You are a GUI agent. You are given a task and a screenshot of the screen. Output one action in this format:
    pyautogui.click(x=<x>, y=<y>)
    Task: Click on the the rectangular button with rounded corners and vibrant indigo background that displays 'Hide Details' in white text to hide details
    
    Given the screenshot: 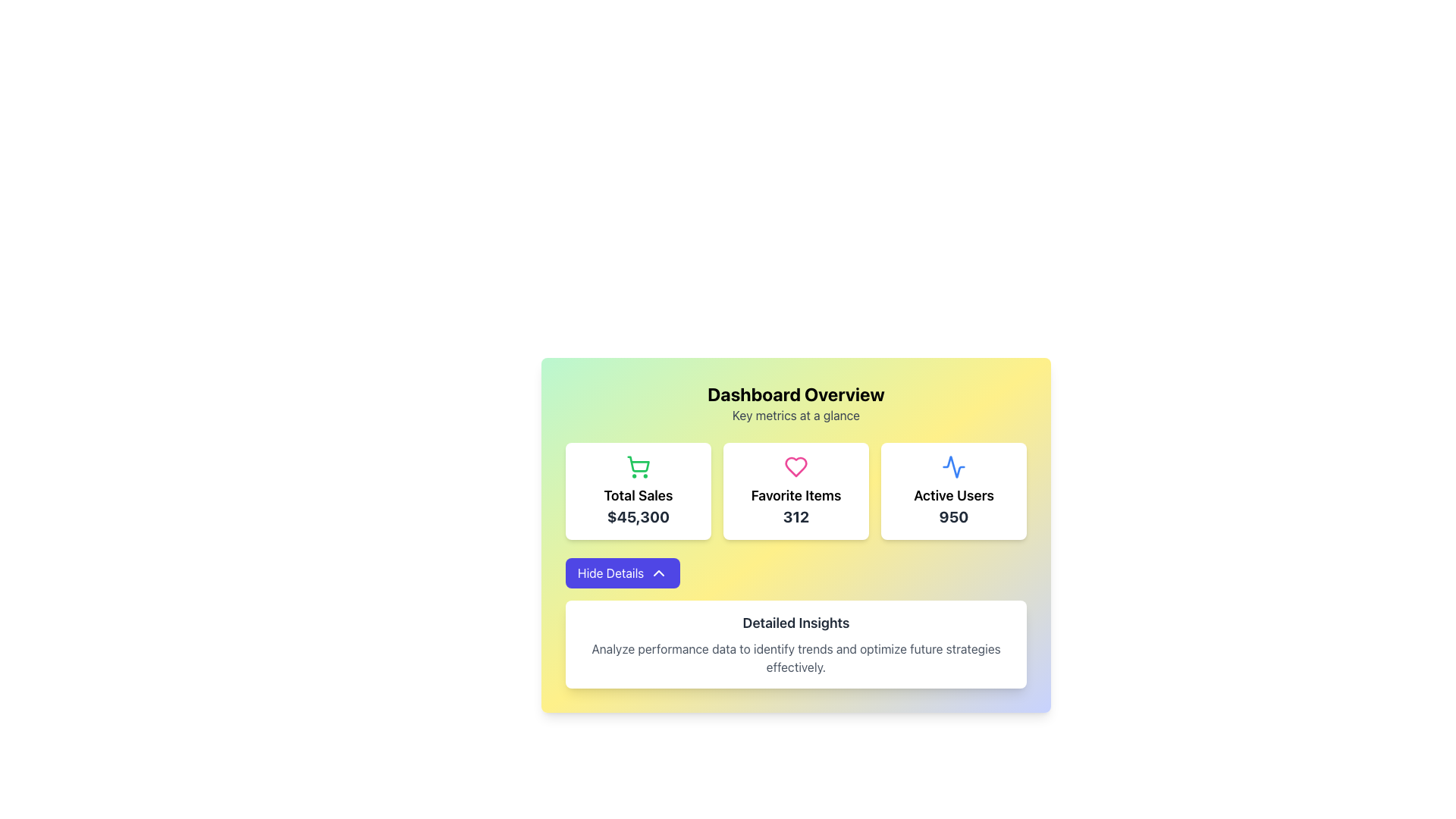 What is the action you would take?
    pyautogui.click(x=623, y=573)
    